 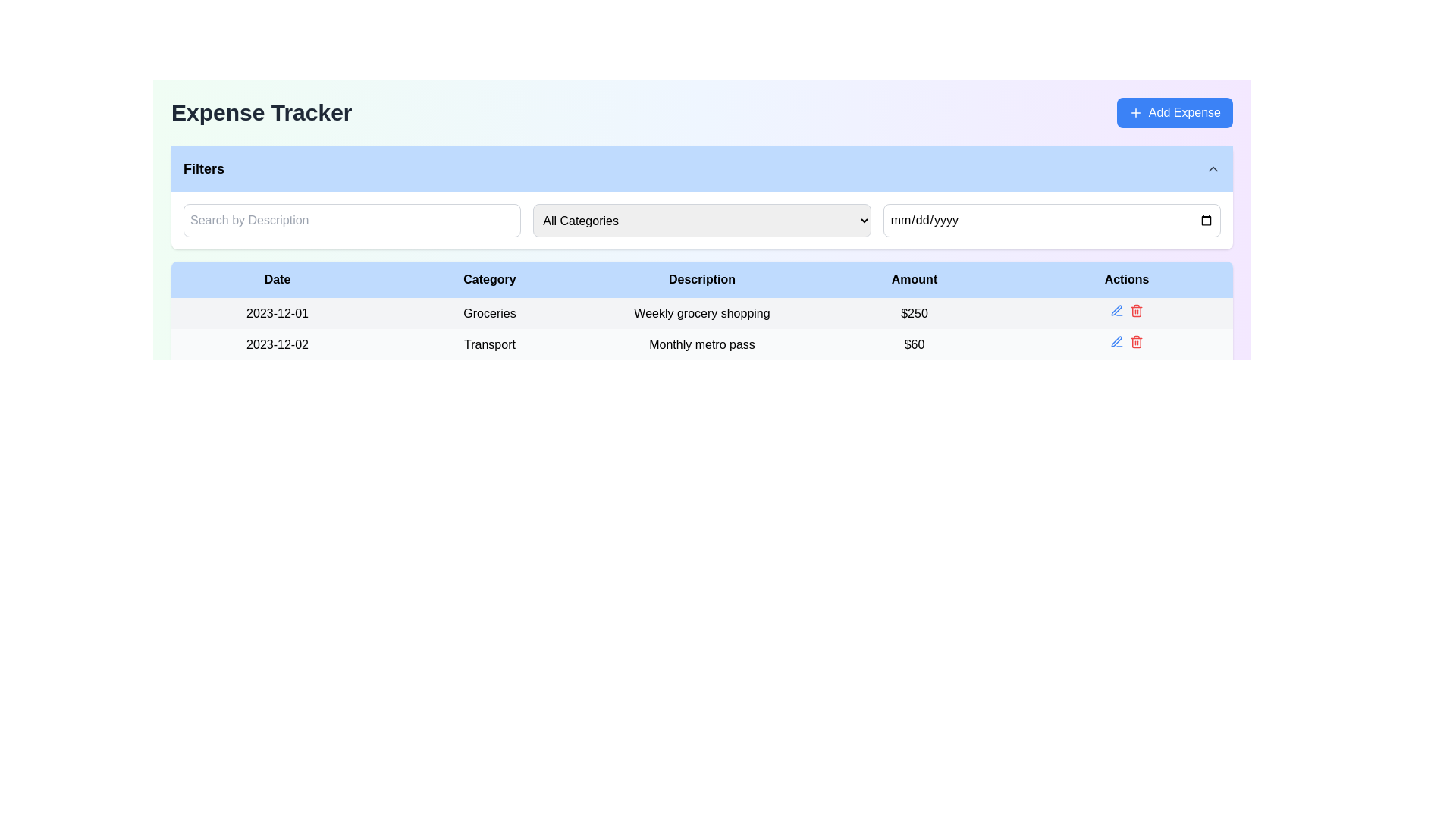 What do you see at coordinates (701, 220) in the screenshot?
I see `the dropdown menu labeled 'All Categories' located under the 'Filters' section` at bounding box center [701, 220].